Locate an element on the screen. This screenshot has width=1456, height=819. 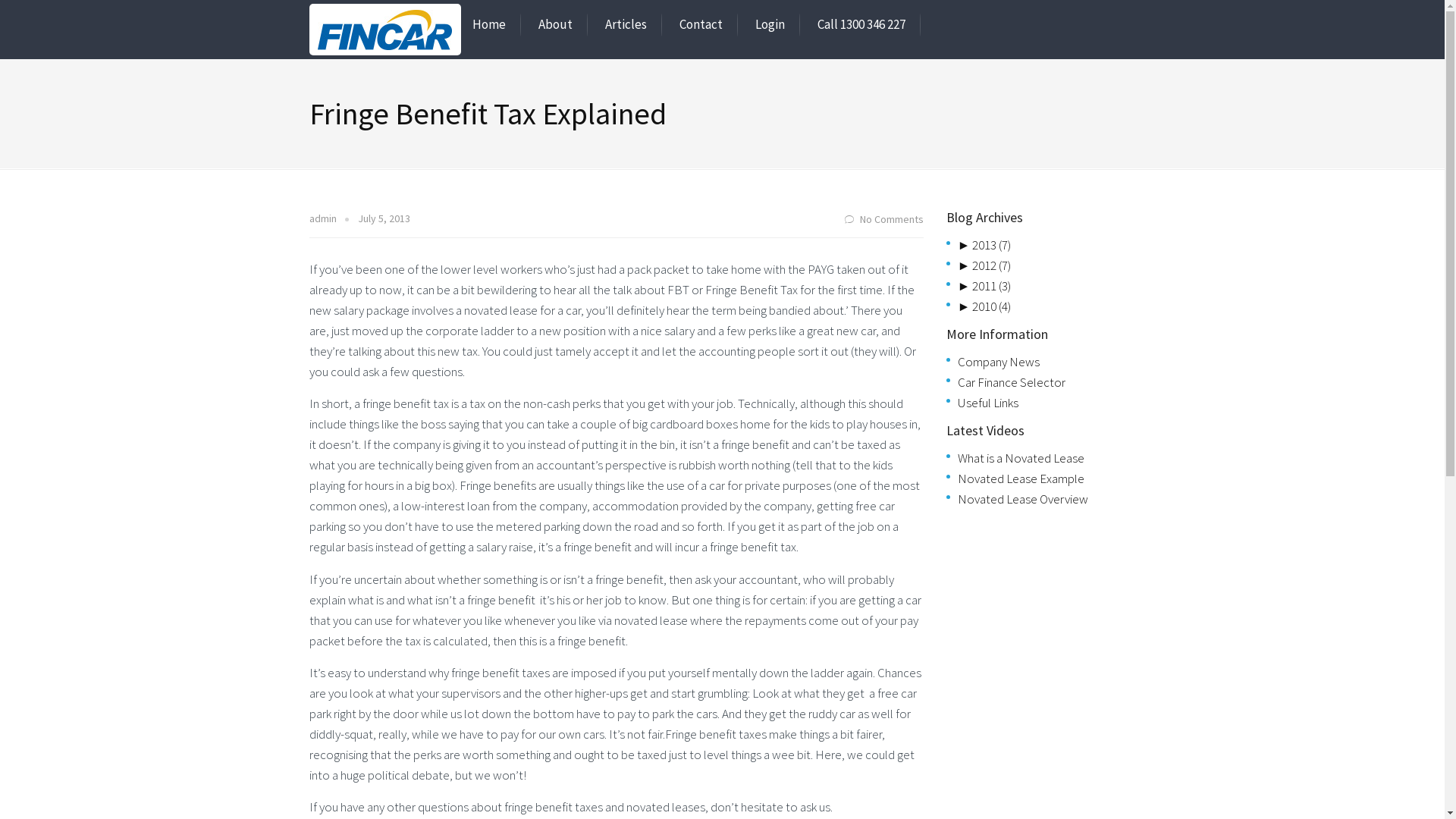
'Novated Lease Overview' is located at coordinates (1022, 499).